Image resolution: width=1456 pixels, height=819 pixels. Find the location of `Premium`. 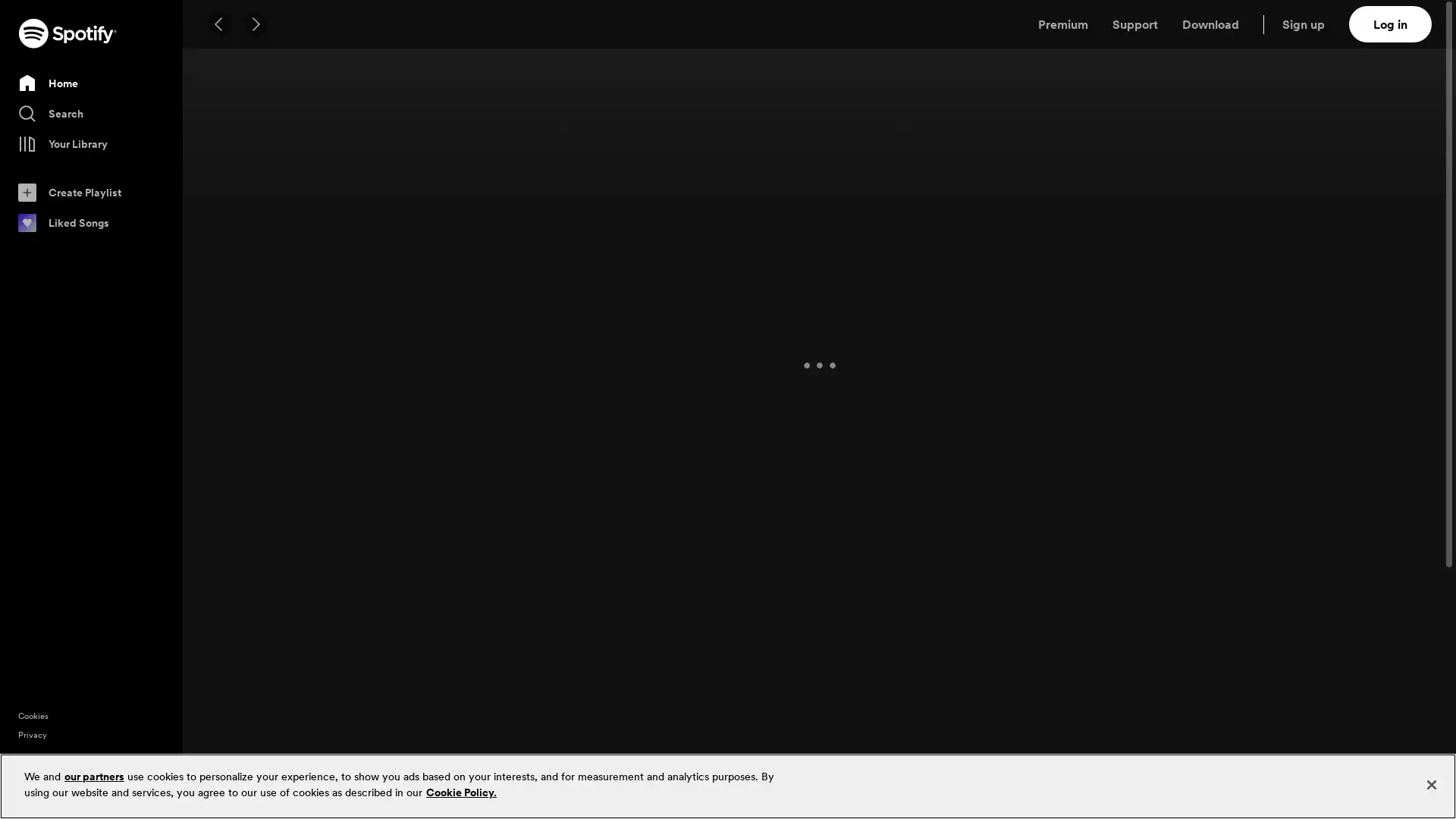

Premium is located at coordinates (1062, 24).